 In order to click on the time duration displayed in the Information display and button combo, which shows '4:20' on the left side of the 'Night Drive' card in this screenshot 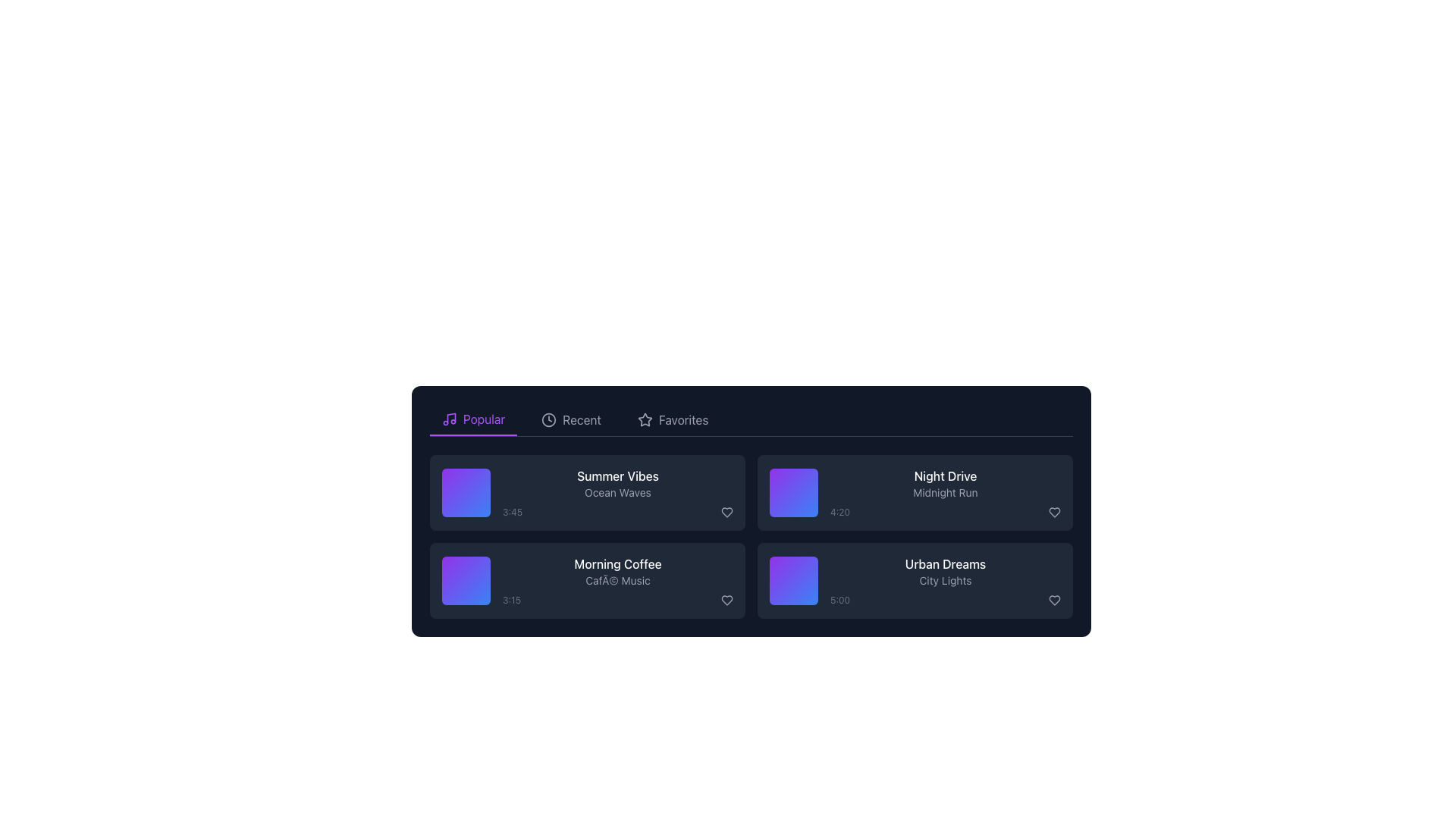, I will do `click(945, 512)`.